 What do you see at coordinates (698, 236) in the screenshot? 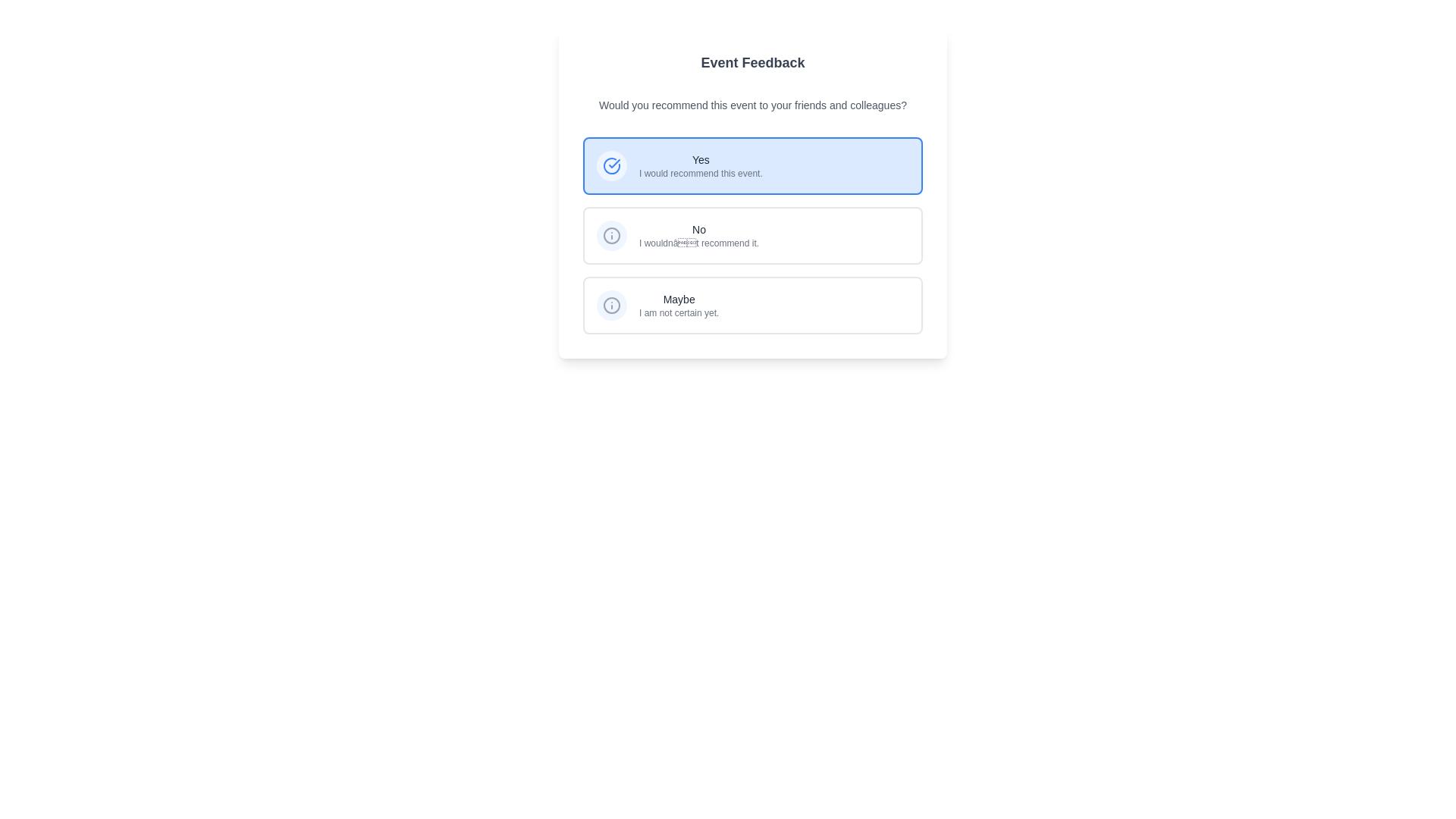
I see `the 'No' text button in the feedback form` at bounding box center [698, 236].